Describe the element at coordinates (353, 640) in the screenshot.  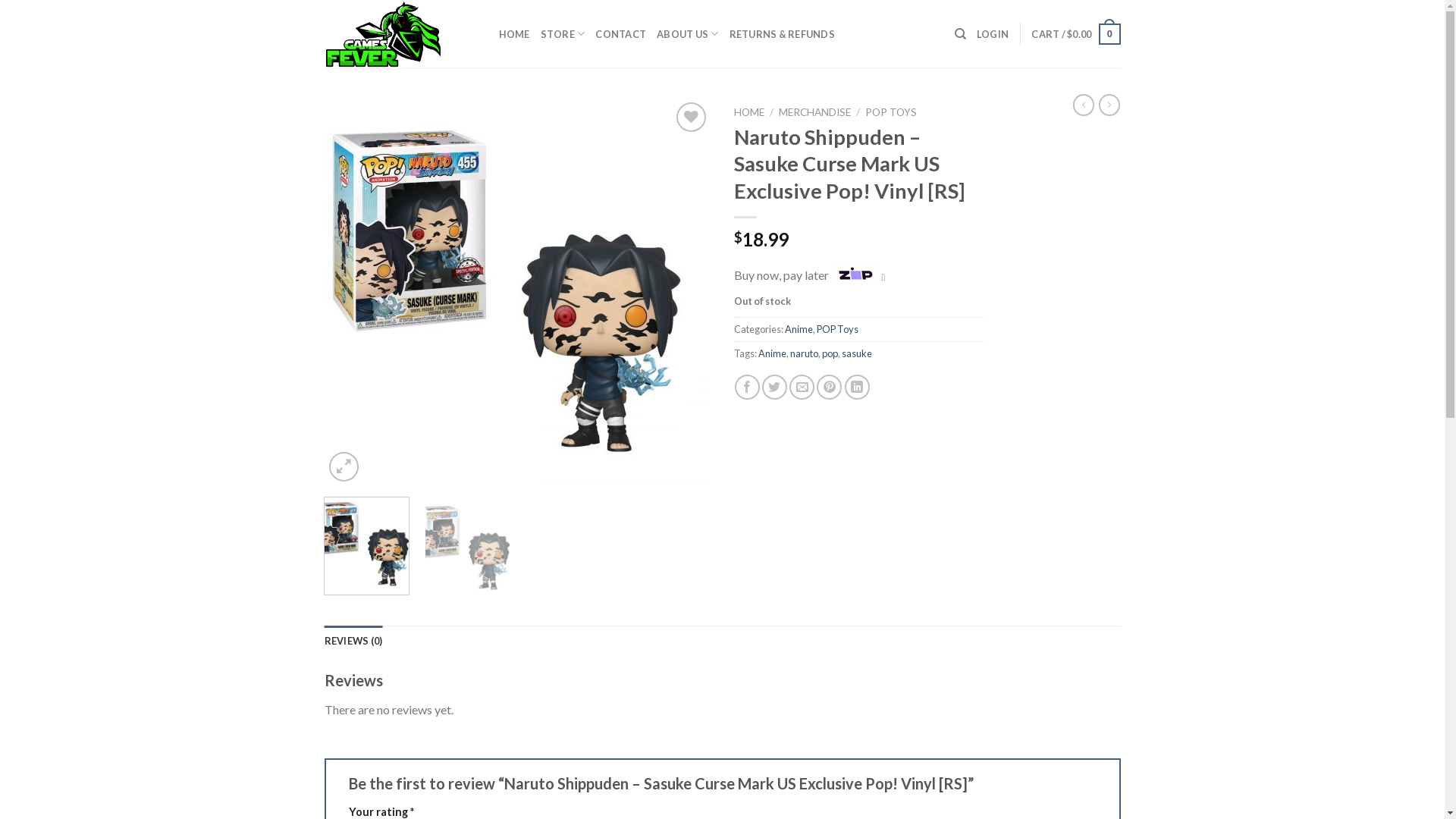
I see `'REVIEWS (0)'` at that location.